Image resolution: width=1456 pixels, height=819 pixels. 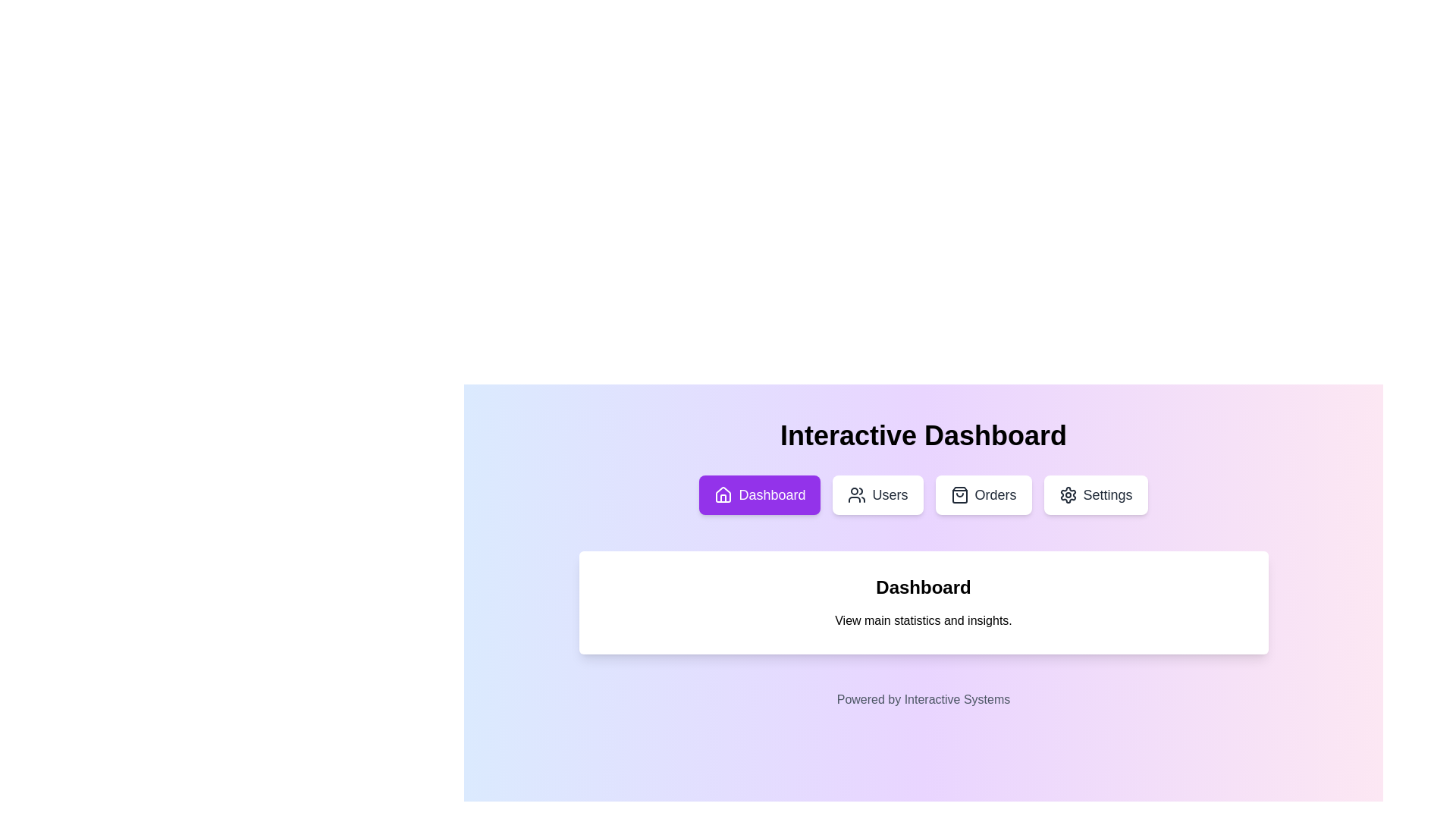 What do you see at coordinates (923, 699) in the screenshot?
I see `the Text label at the bottom-center of the interface that provides attribution or trademark information` at bounding box center [923, 699].